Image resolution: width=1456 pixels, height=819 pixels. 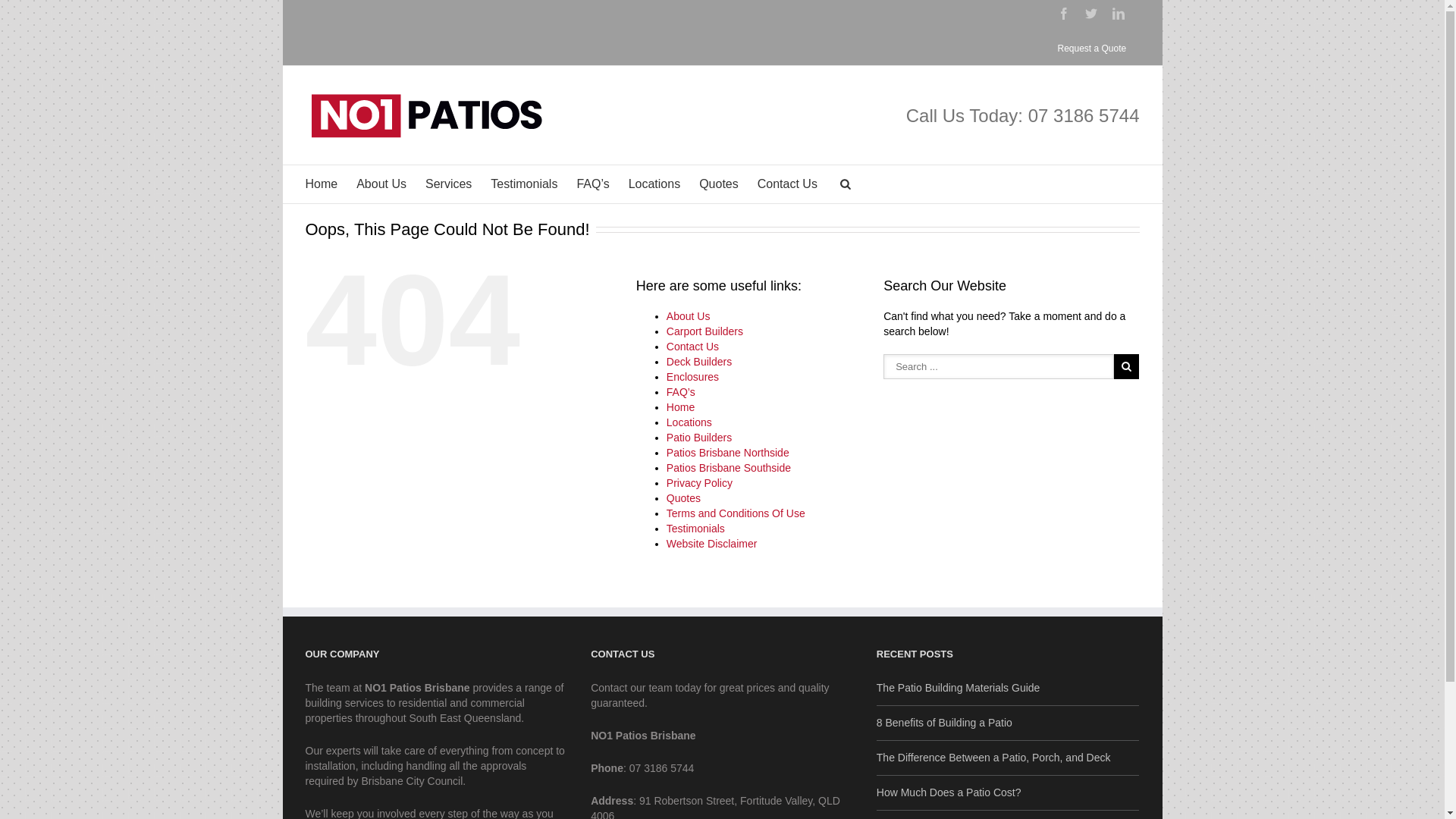 I want to click on 'Linkedin', so click(x=1111, y=14).